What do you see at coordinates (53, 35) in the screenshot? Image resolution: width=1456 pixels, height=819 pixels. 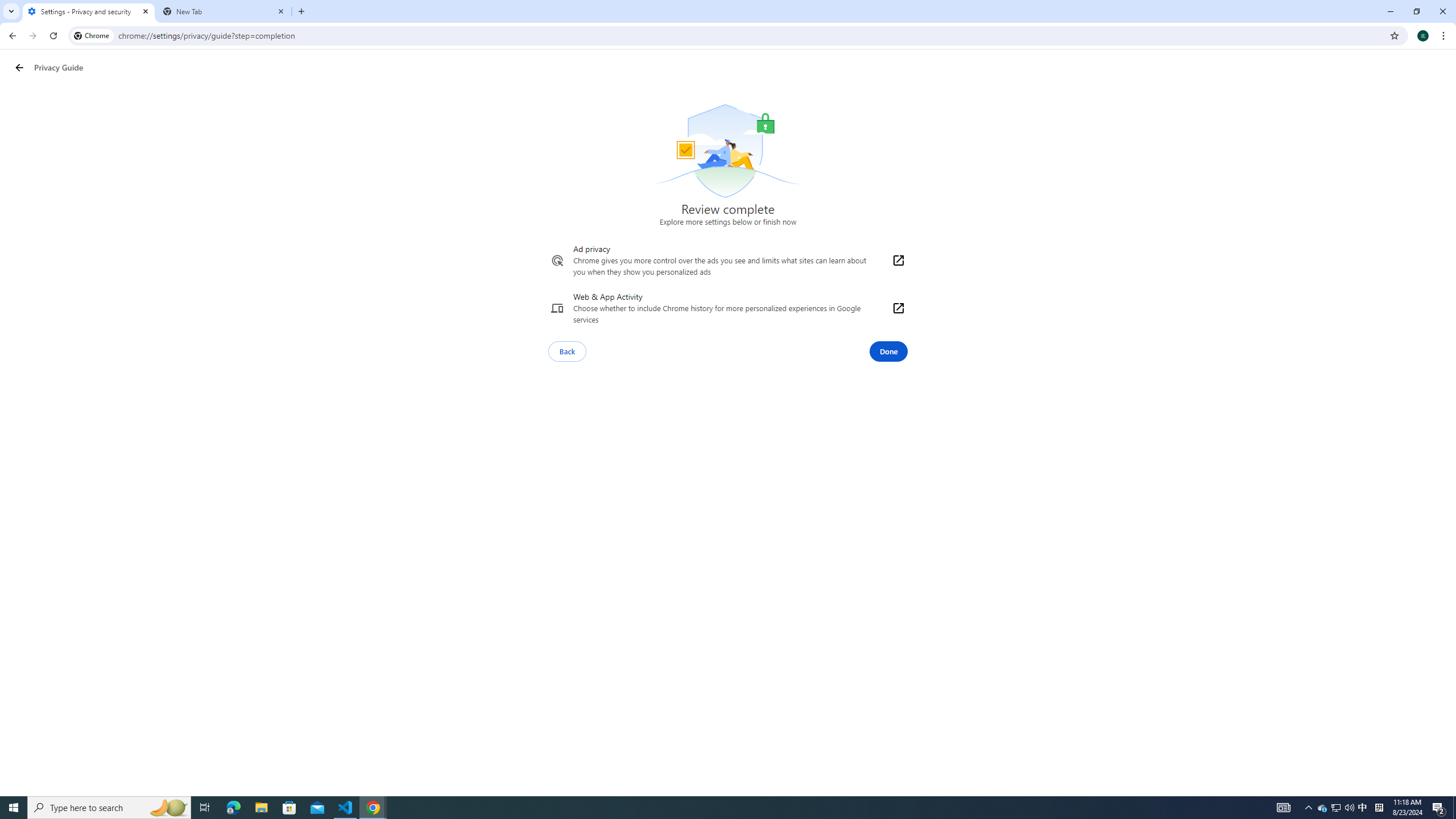 I see `'Reload'` at bounding box center [53, 35].